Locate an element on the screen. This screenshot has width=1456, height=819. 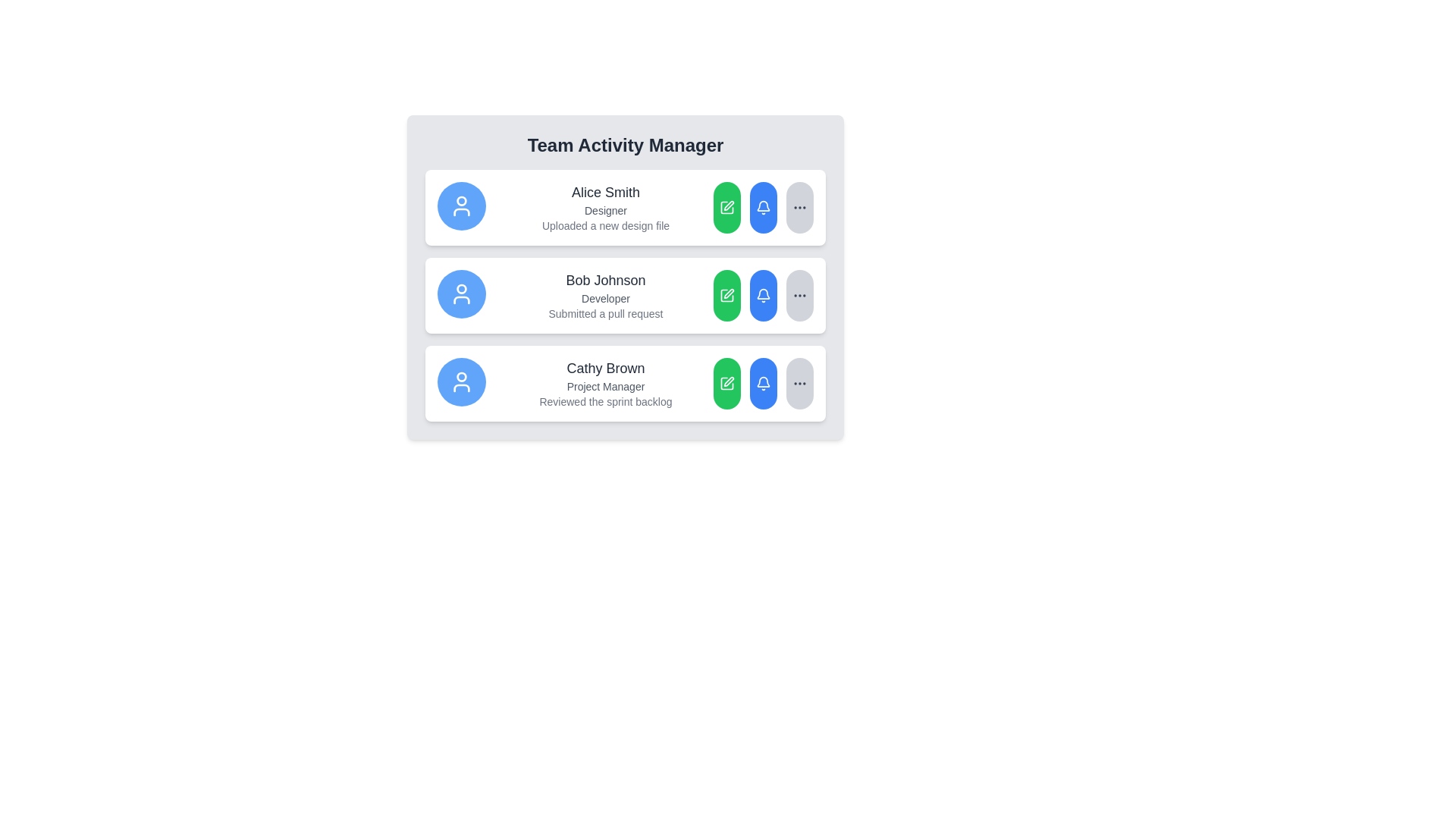
the (more options) icon, which consists of three small circular dots arranged horizontally, located at the far right side of the second row in the user activity display is located at coordinates (799, 207).